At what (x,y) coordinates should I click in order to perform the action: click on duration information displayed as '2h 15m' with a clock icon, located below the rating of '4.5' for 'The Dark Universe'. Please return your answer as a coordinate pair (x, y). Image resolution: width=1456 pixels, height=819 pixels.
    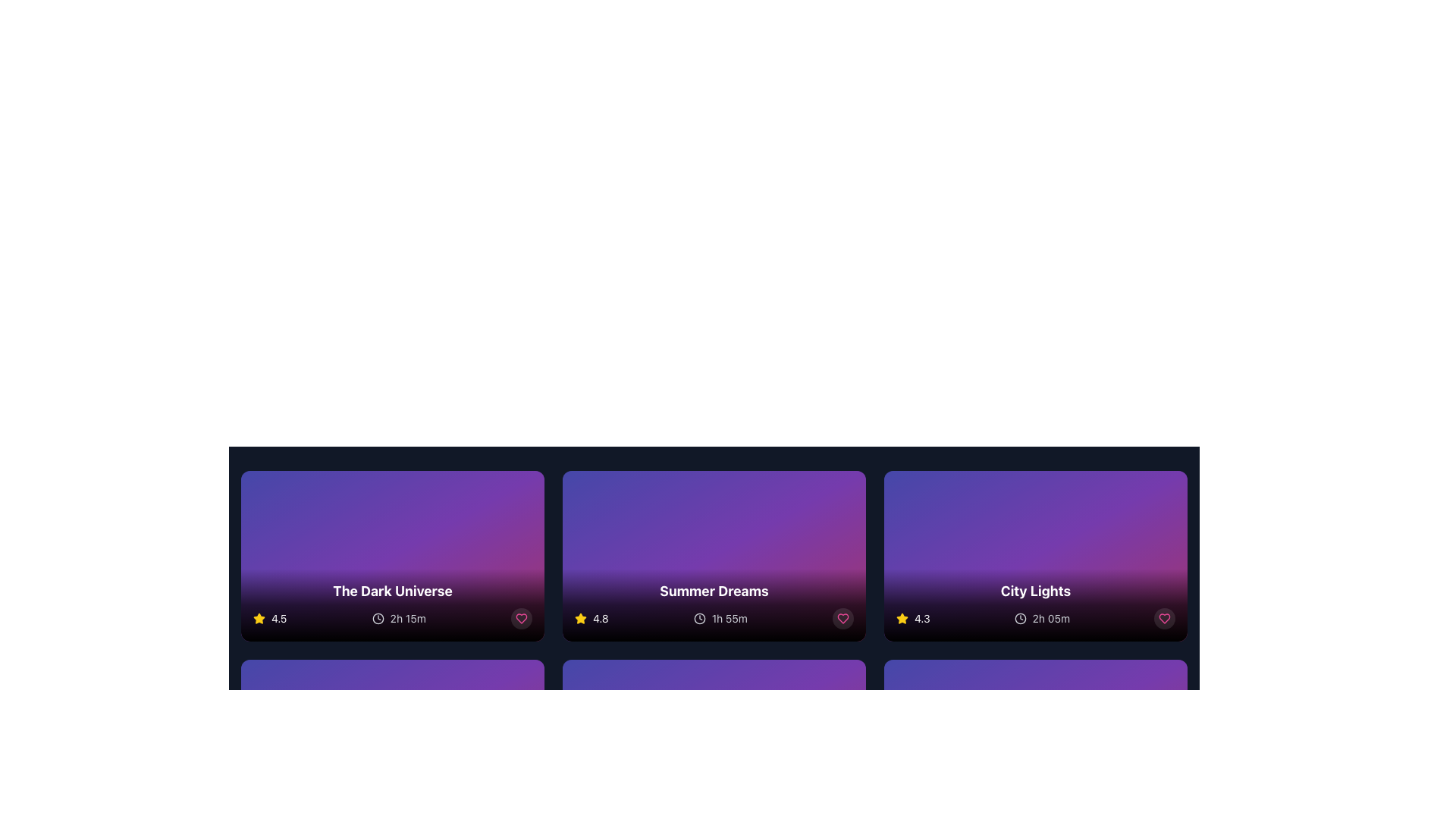
    Looking at the image, I should click on (399, 619).